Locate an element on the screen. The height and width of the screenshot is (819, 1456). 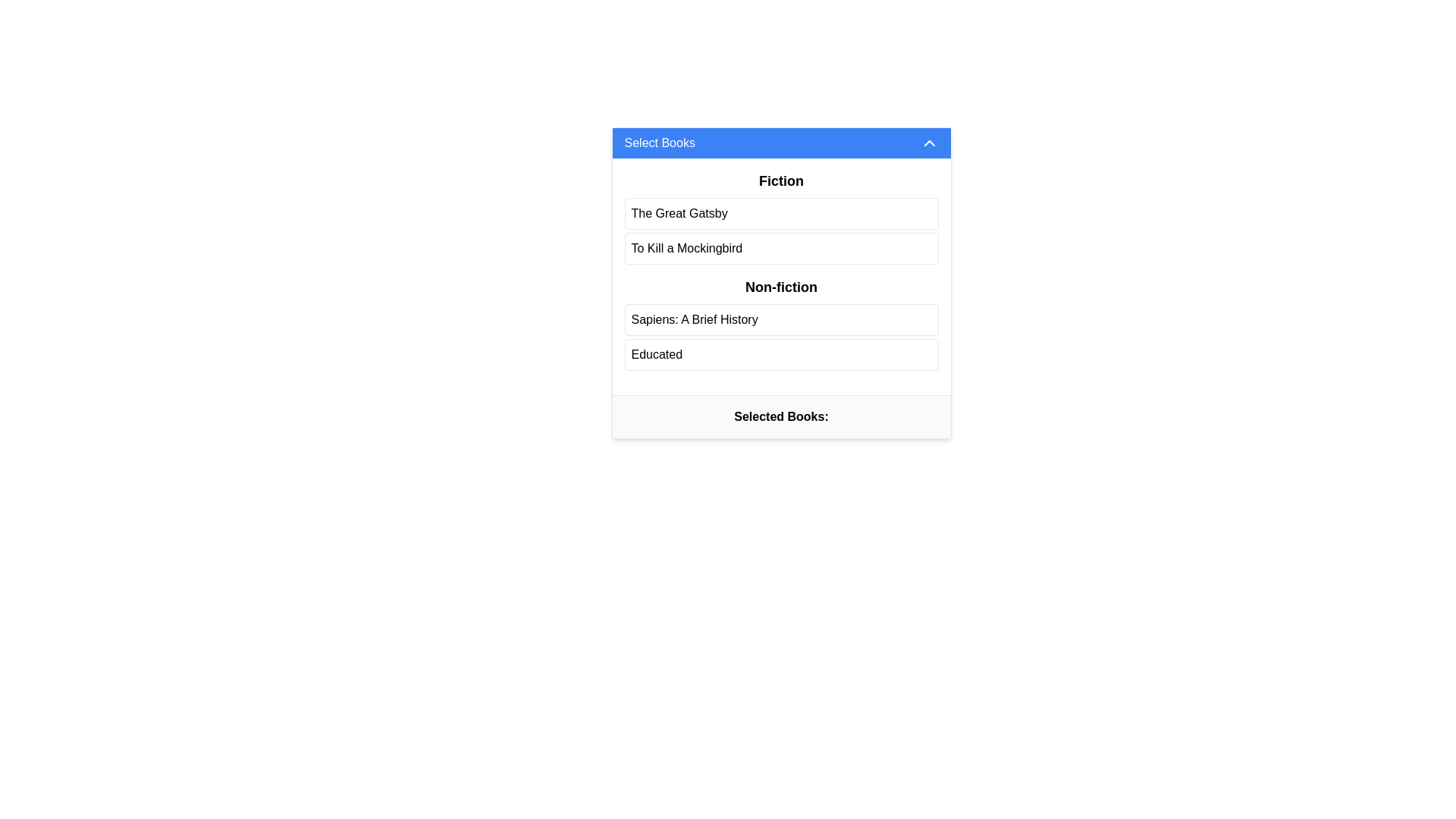
the selectable list item for the book 'Educated' located in the lower portion of the 'Non-fiction' section is located at coordinates (781, 354).